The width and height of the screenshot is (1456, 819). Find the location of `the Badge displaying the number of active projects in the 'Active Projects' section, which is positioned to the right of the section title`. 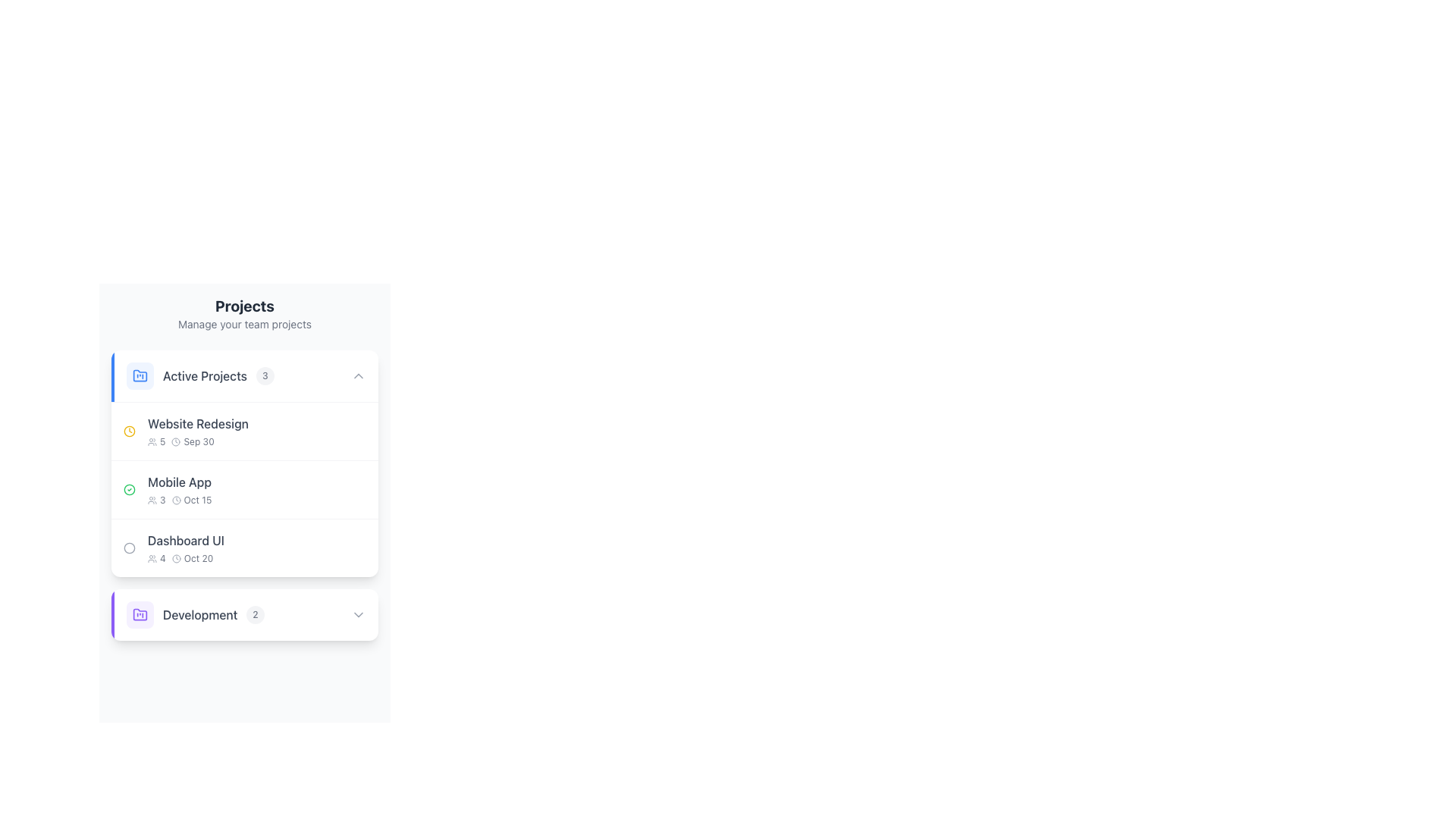

the Badge displaying the number of active projects in the 'Active Projects' section, which is positioned to the right of the section title is located at coordinates (265, 375).